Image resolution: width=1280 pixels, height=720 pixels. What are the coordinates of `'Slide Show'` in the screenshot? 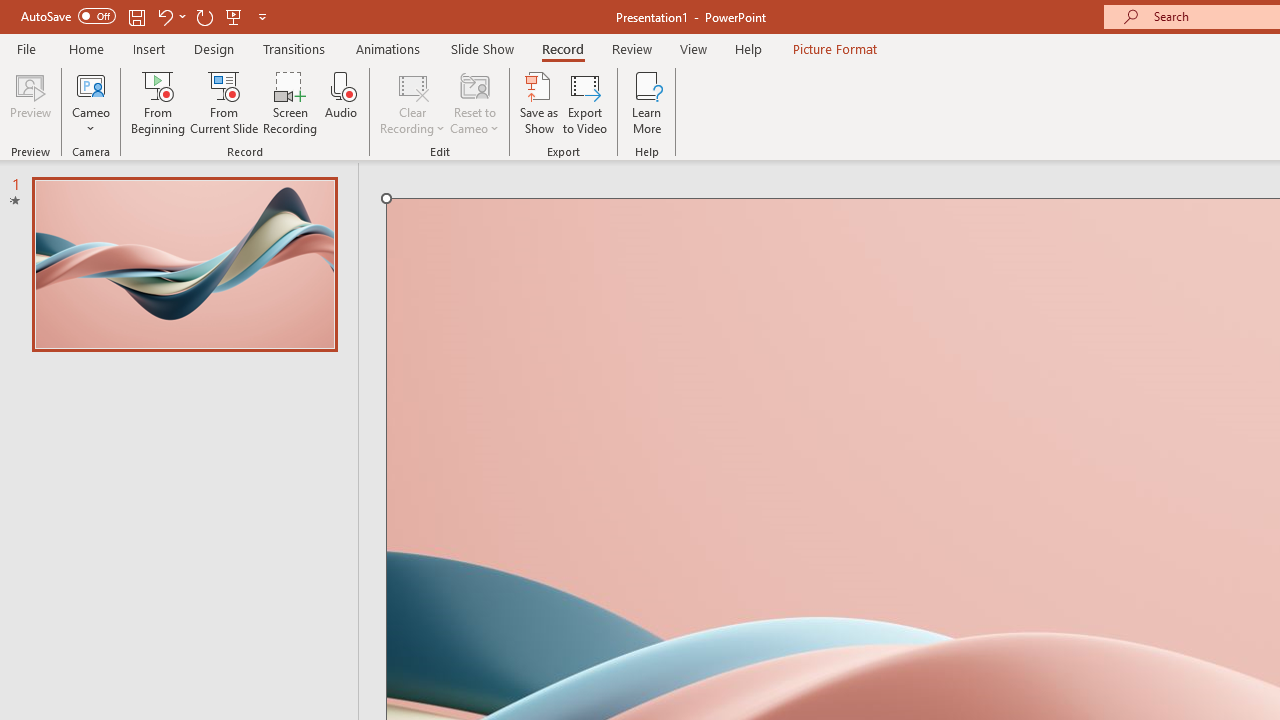 It's located at (481, 48).